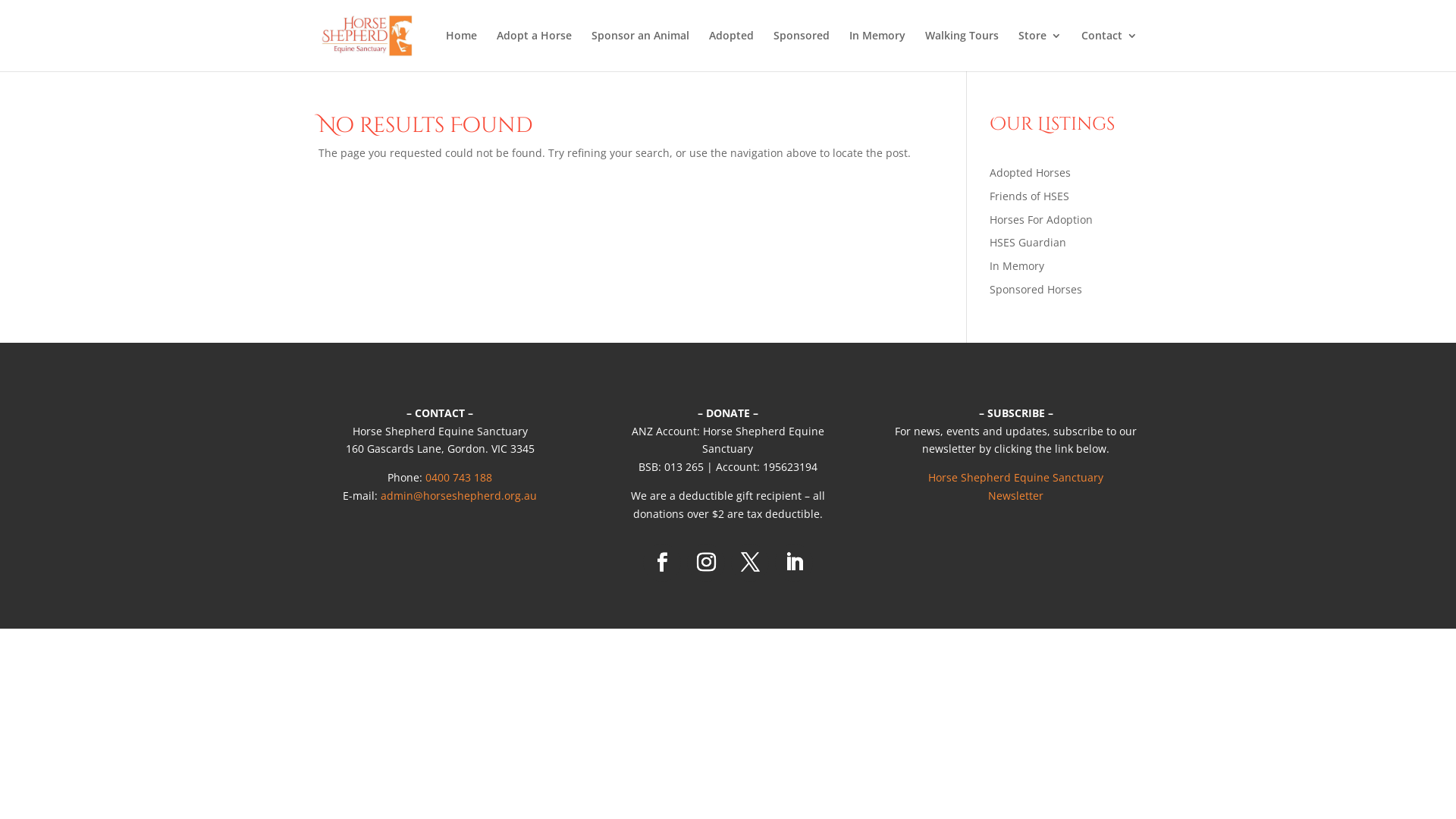  What do you see at coordinates (792, 562) in the screenshot?
I see `'Follow on LinkedIn'` at bounding box center [792, 562].